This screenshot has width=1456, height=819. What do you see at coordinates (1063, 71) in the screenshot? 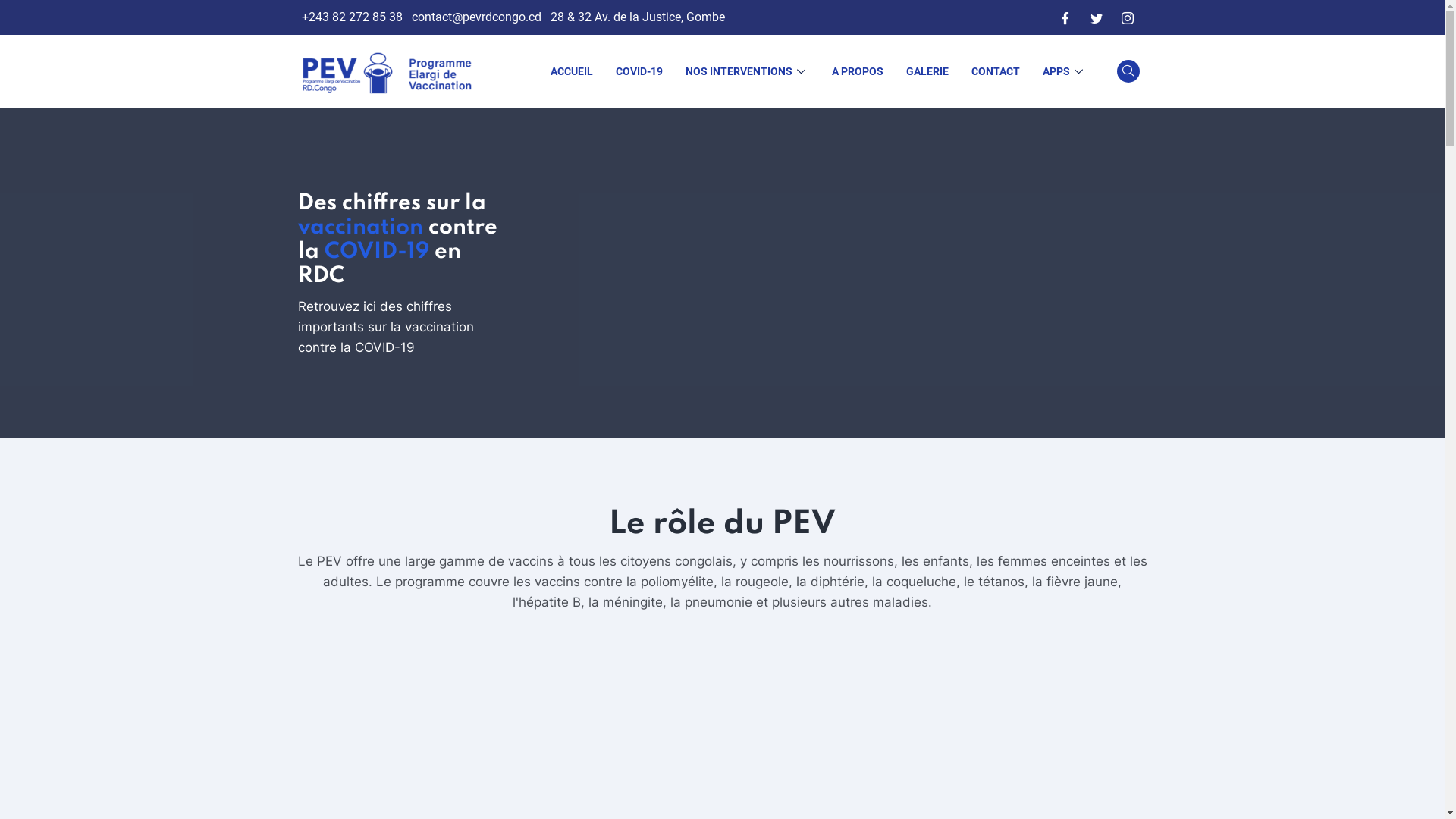
I see `'APPS'` at bounding box center [1063, 71].